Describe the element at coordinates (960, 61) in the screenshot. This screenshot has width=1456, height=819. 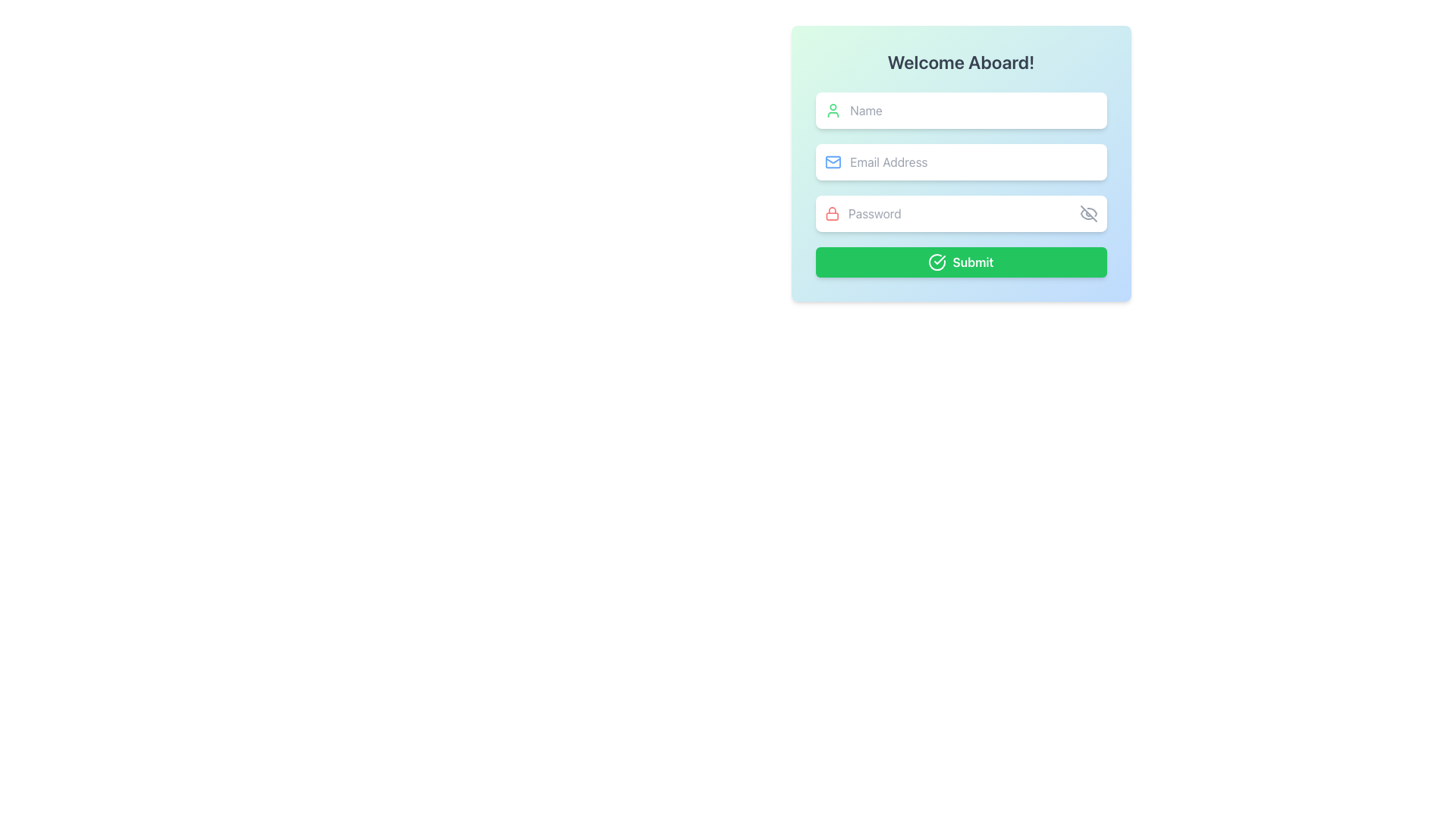
I see `the welcoming header text label located at the top of the form, which serves to orient users to the purpose of the interface` at that location.